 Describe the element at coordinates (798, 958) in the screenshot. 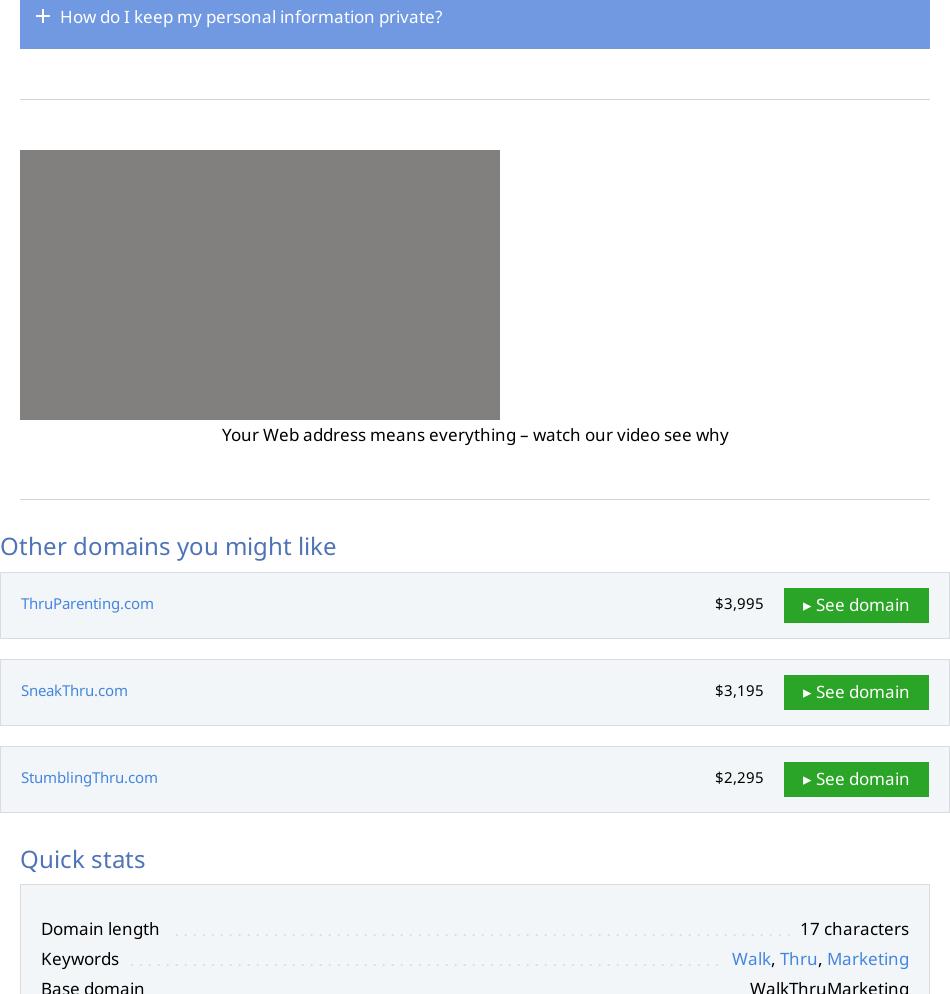

I see `'Thru'` at that location.